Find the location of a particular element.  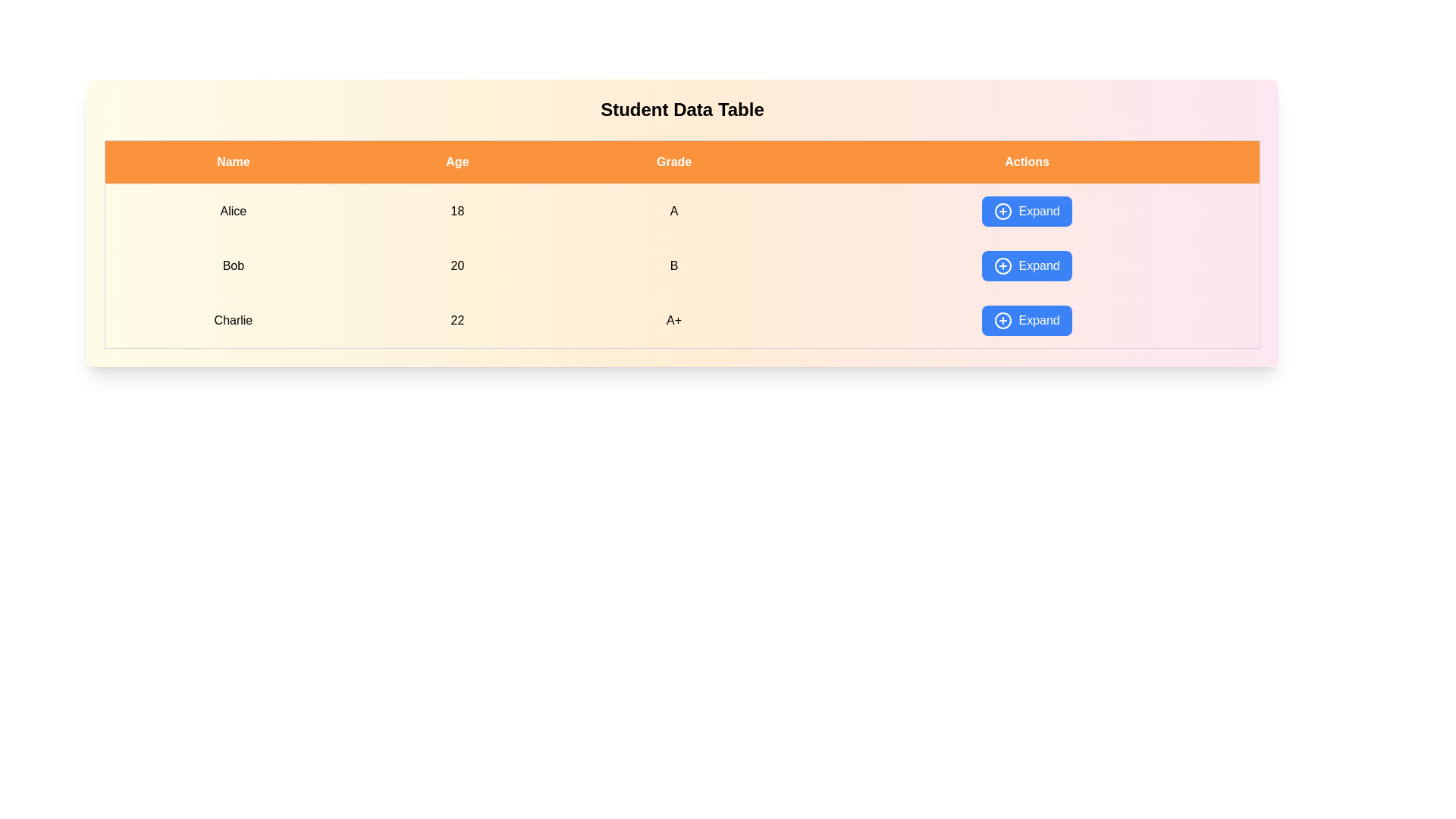

the static text element displaying the age of 'Charlie' in the 'Student Data Table', located in the third row and second column is located at coordinates (457, 320).